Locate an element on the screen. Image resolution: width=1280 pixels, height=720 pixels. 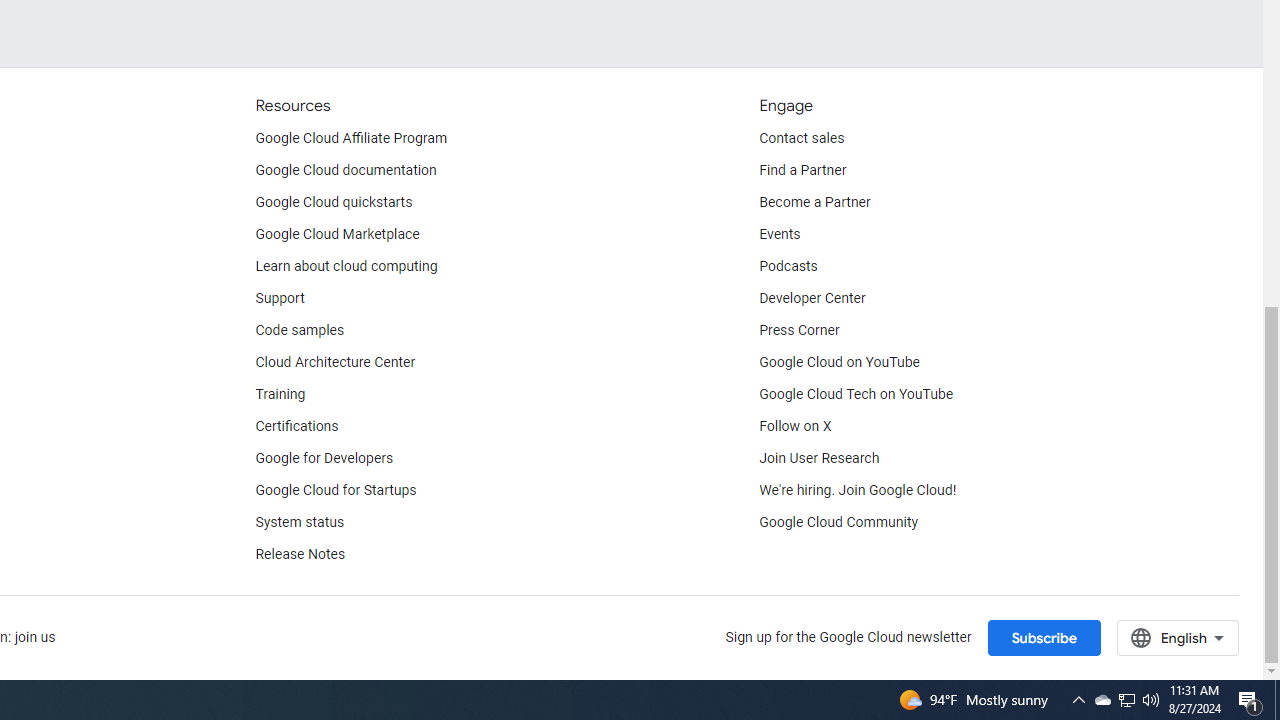
'Google for Developers' is located at coordinates (324, 458).